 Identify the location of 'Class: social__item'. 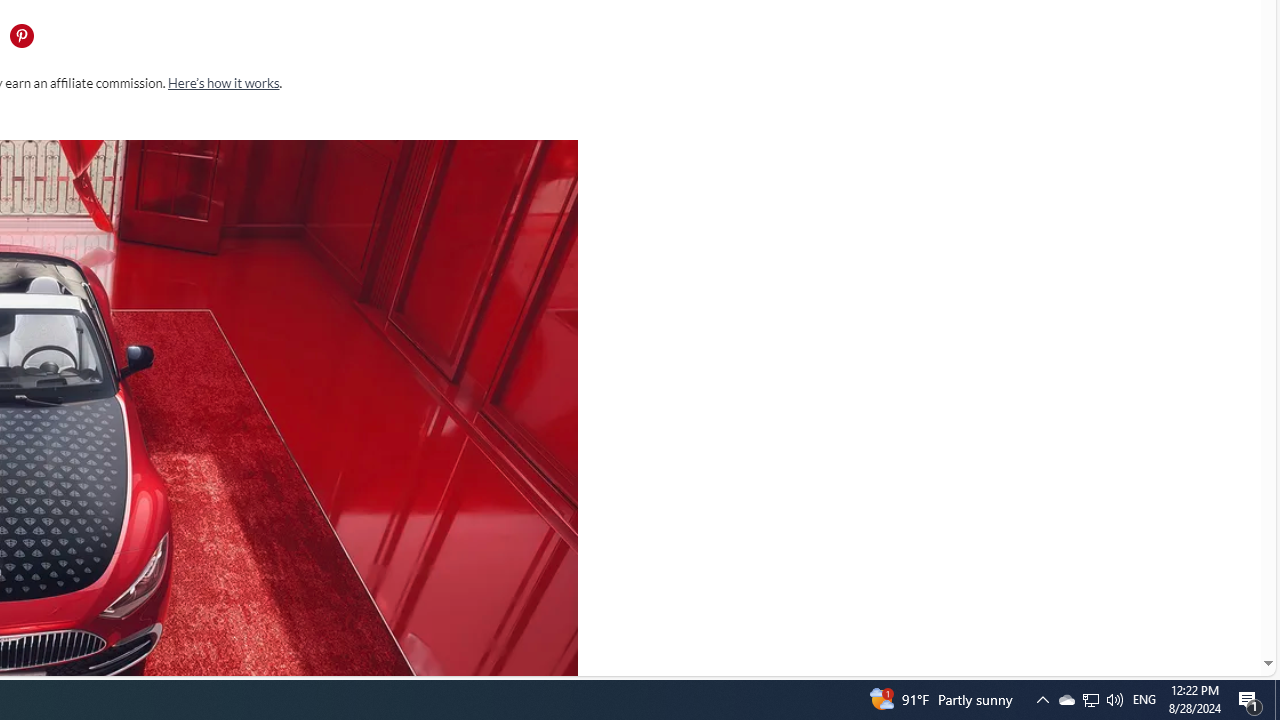
(26, 39).